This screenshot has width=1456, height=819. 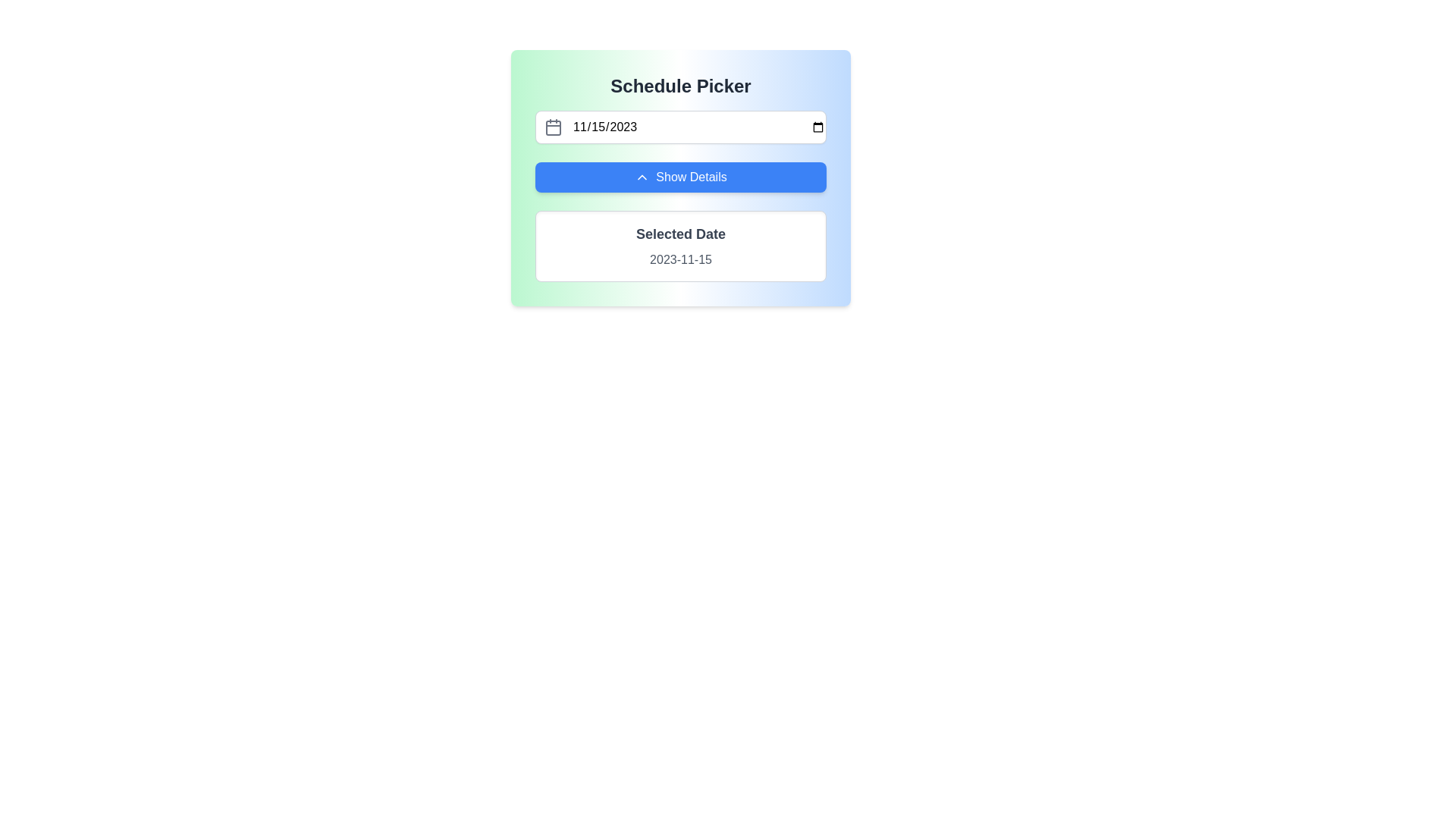 I want to click on the date-picker icon located to the left of the placeholder text '11/15/2023' in the Schedule Picker widget, so click(x=552, y=127).